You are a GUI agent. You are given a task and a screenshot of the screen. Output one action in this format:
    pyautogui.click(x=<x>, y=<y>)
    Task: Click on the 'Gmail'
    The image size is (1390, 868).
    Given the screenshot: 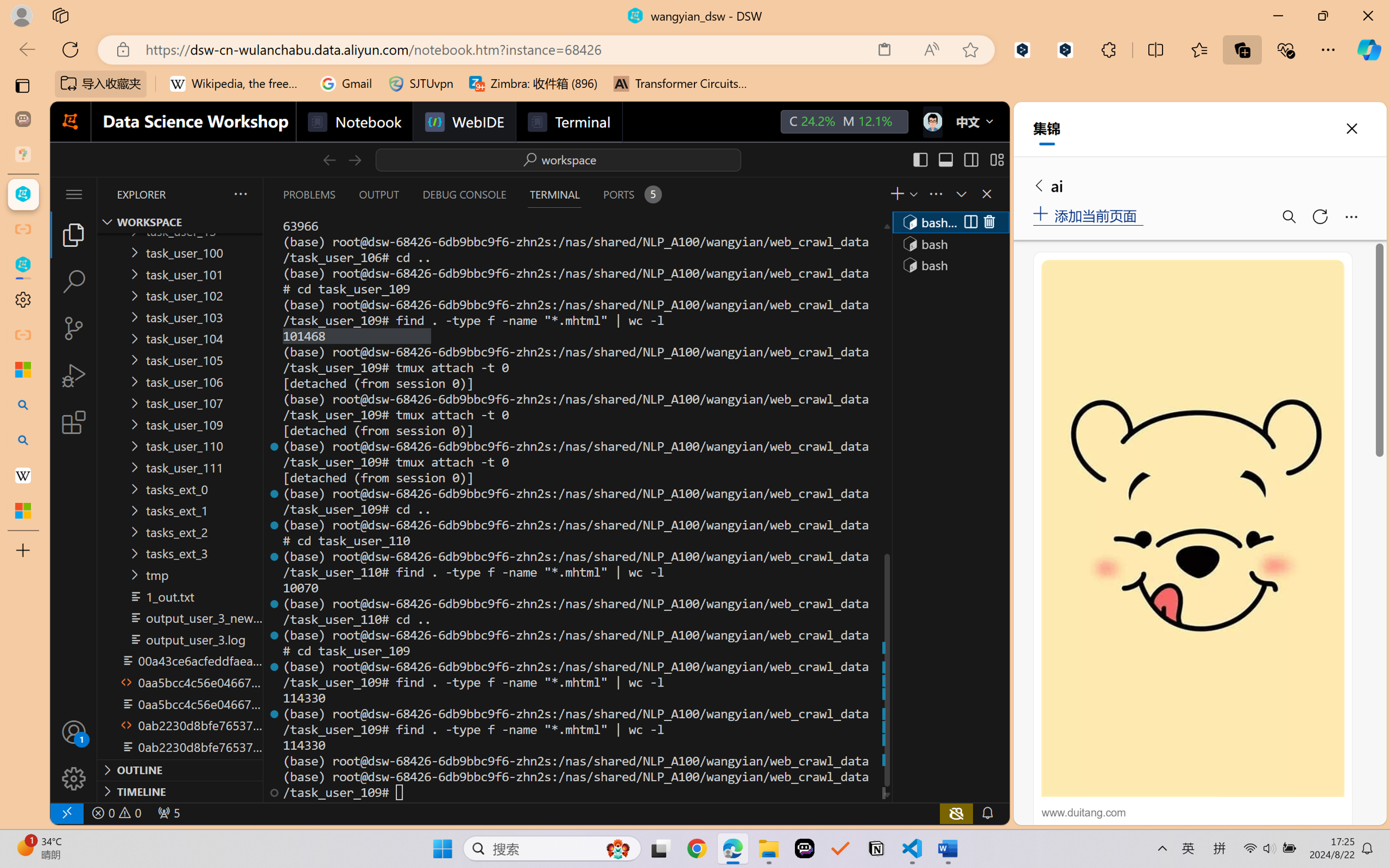 What is the action you would take?
    pyautogui.click(x=345, y=83)
    